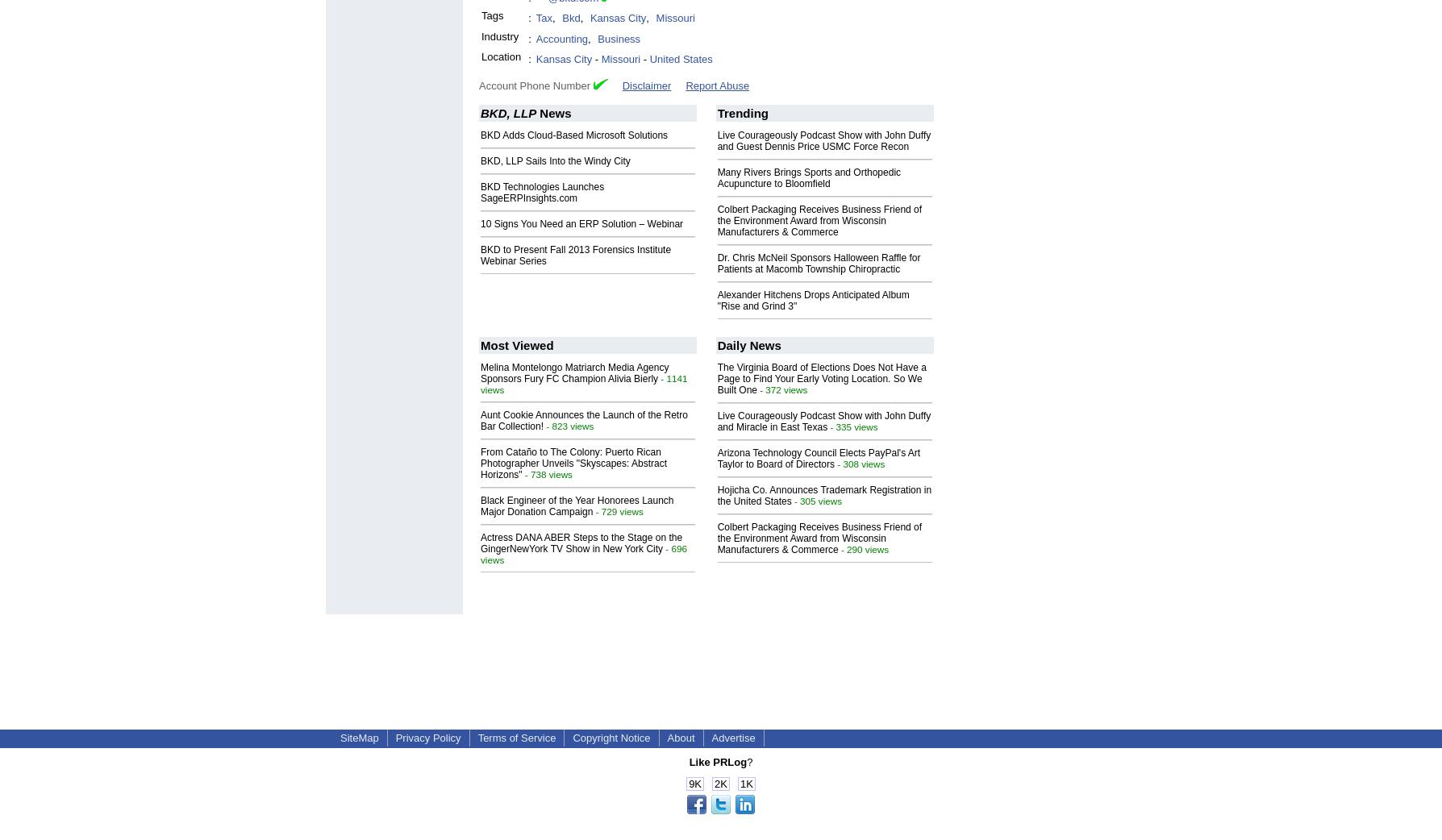  Describe the element at coordinates (561, 37) in the screenshot. I see `'Accounting'` at that location.